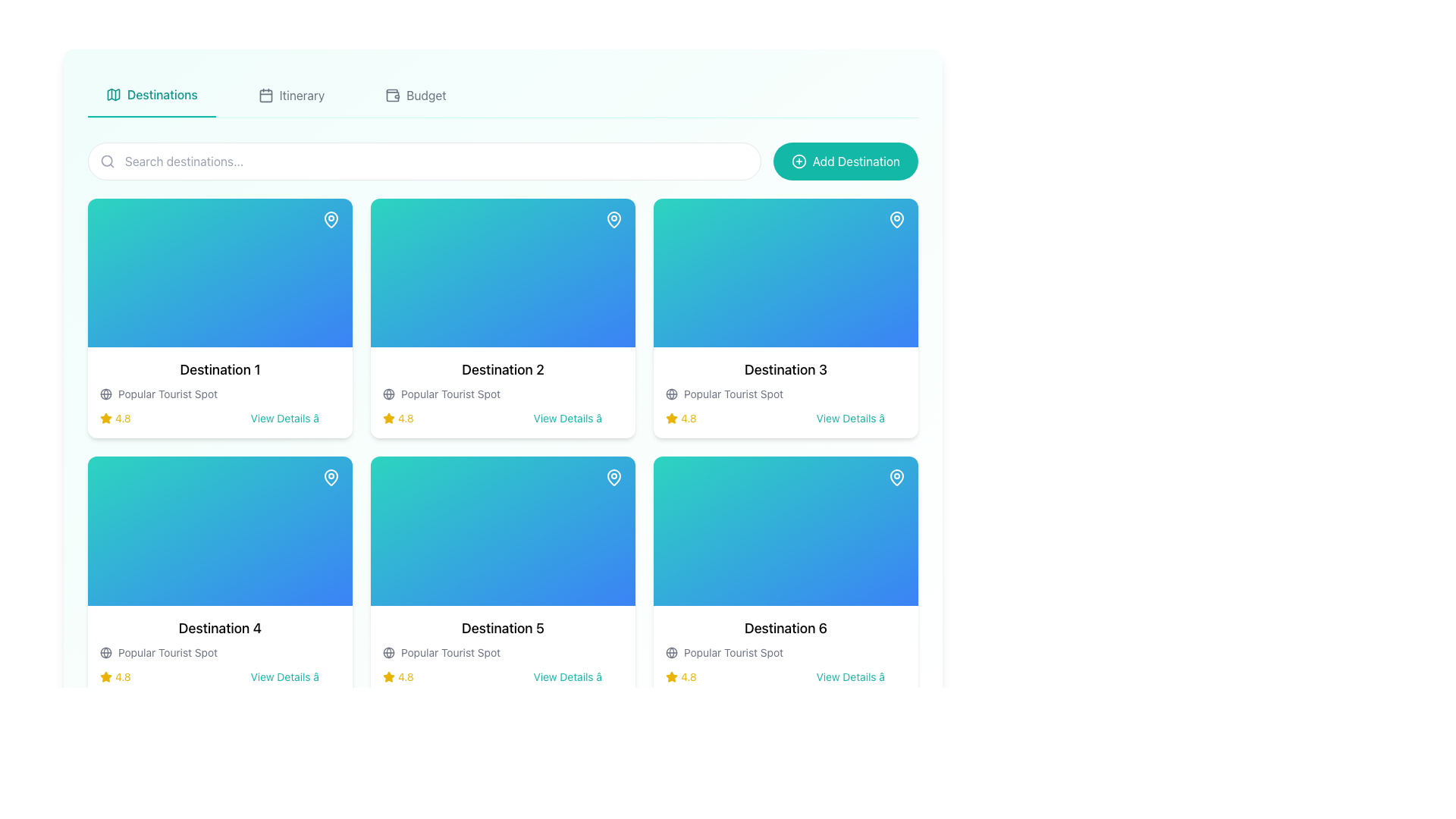 This screenshot has width=1456, height=819. Describe the element at coordinates (786, 650) in the screenshot. I see `the Card located in the bottom-right corner of the second row, which is the sixth item in the grid` at that location.